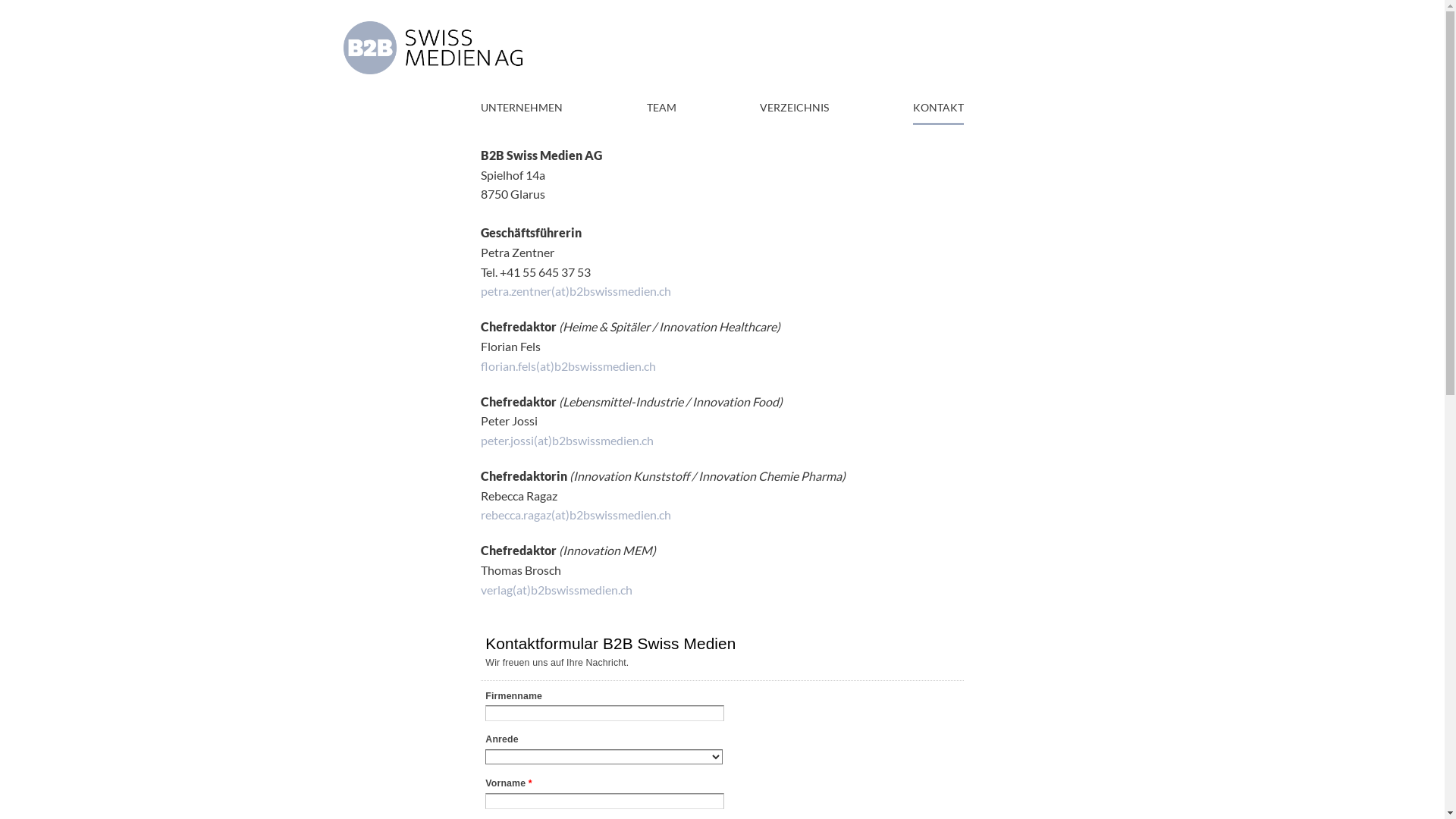  Describe the element at coordinates (479, 440) in the screenshot. I see `'peter.jossi(at)b2bswissmedien.ch'` at that location.